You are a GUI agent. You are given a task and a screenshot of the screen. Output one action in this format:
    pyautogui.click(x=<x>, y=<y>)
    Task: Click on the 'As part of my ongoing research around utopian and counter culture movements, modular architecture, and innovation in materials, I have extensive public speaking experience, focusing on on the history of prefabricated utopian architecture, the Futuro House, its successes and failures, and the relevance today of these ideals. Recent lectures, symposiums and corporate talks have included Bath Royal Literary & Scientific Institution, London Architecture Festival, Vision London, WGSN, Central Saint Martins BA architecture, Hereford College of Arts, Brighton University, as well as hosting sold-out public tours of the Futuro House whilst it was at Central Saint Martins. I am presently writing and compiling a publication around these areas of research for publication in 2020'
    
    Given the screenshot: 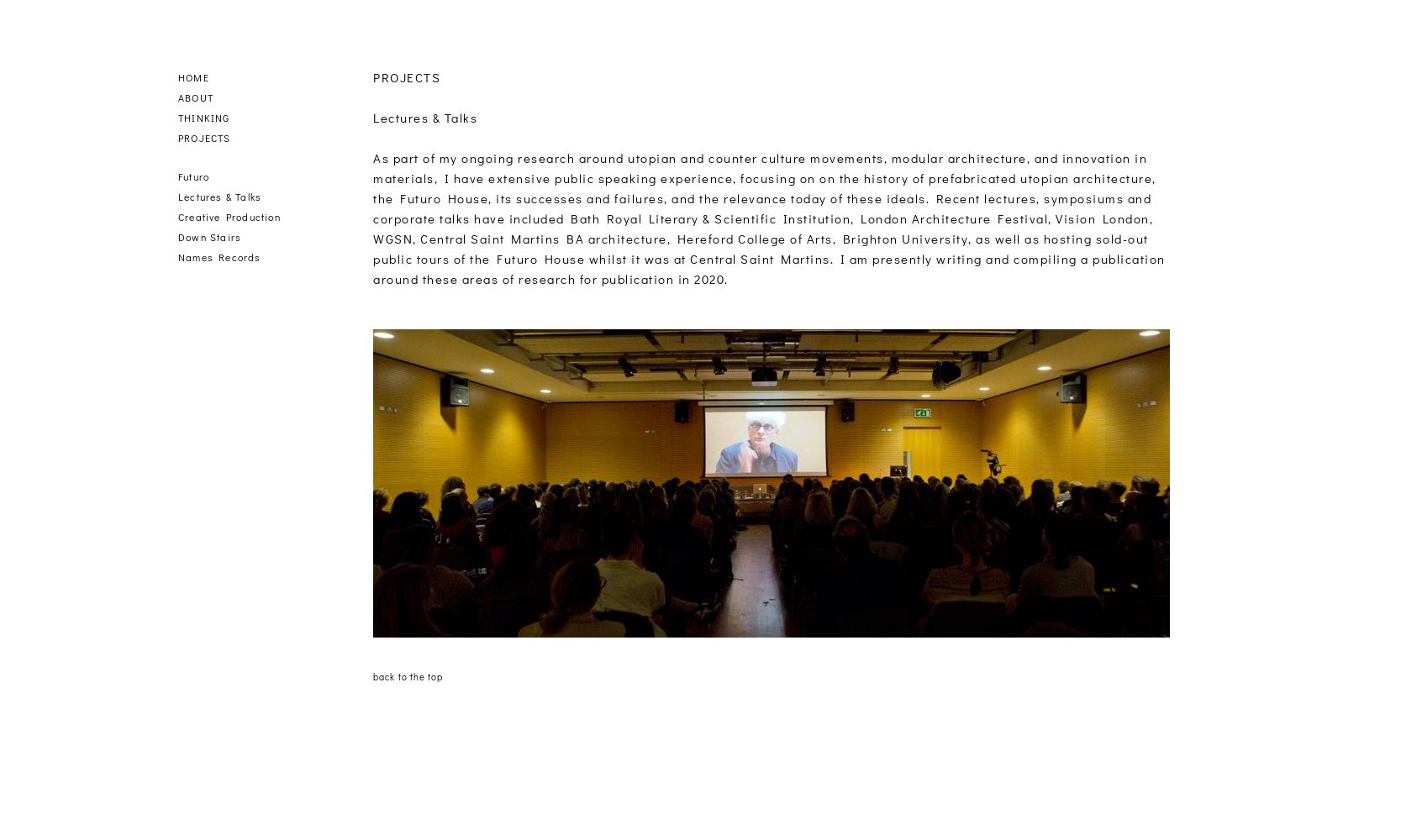 What is the action you would take?
    pyautogui.click(x=768, y=218)
    